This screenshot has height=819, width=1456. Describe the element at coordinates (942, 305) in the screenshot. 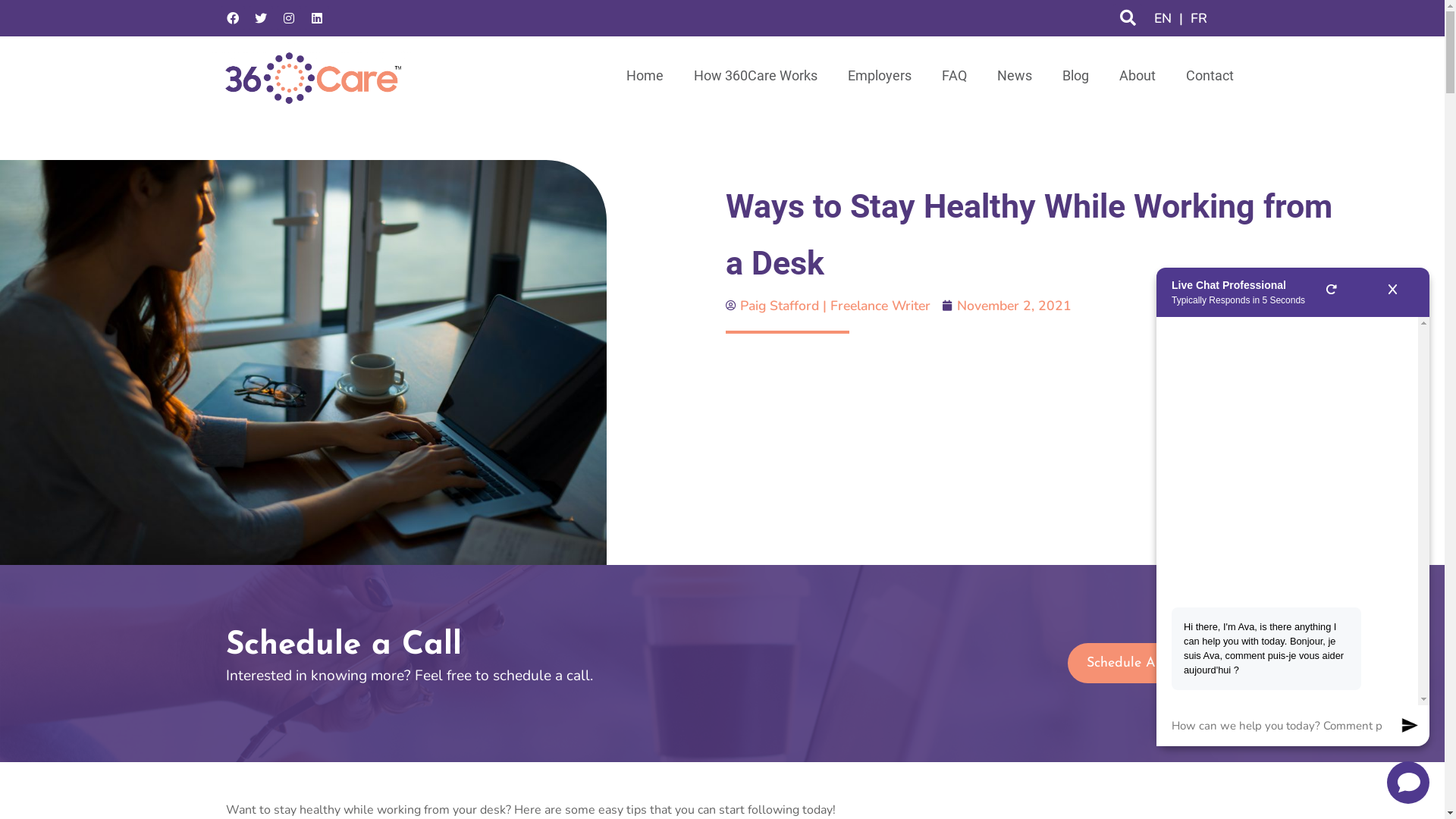

I see `'November 2, 2021'` at that location.